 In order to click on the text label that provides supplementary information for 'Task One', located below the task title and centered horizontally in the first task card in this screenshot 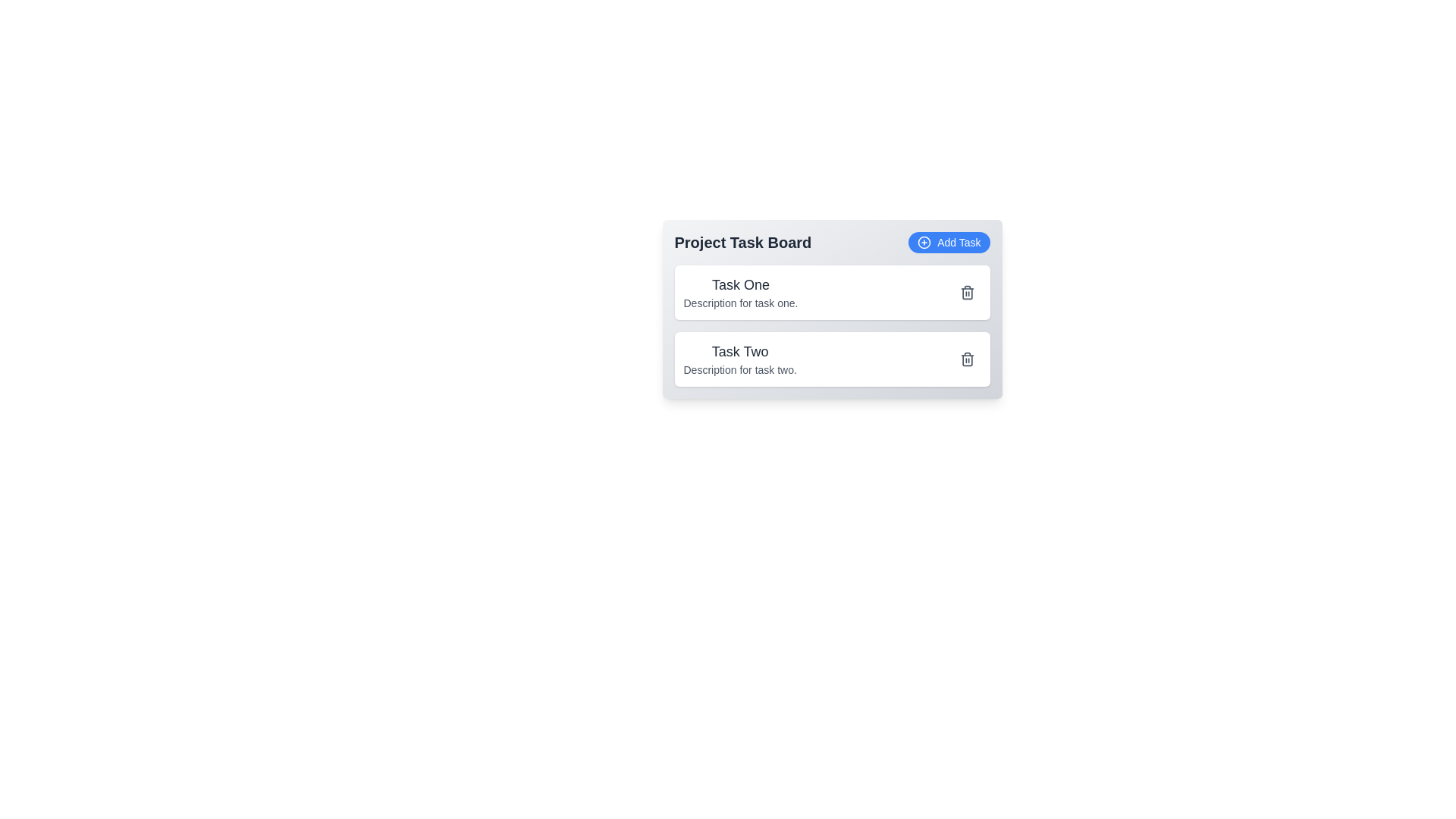, I will do `click(740, 303)`.